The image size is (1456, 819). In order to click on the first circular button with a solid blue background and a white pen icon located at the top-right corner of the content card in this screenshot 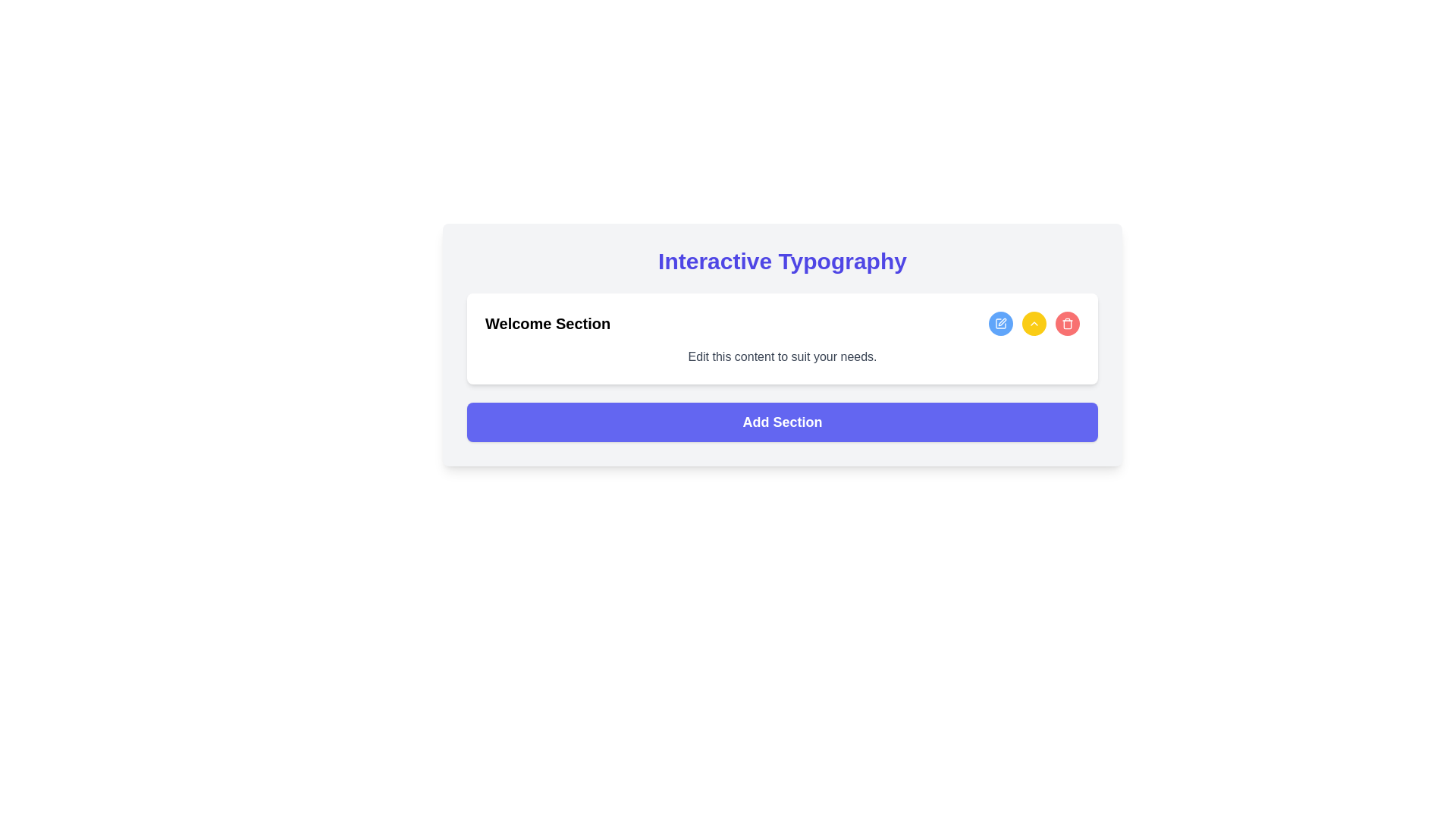, I will do `click(1001, 323)`.